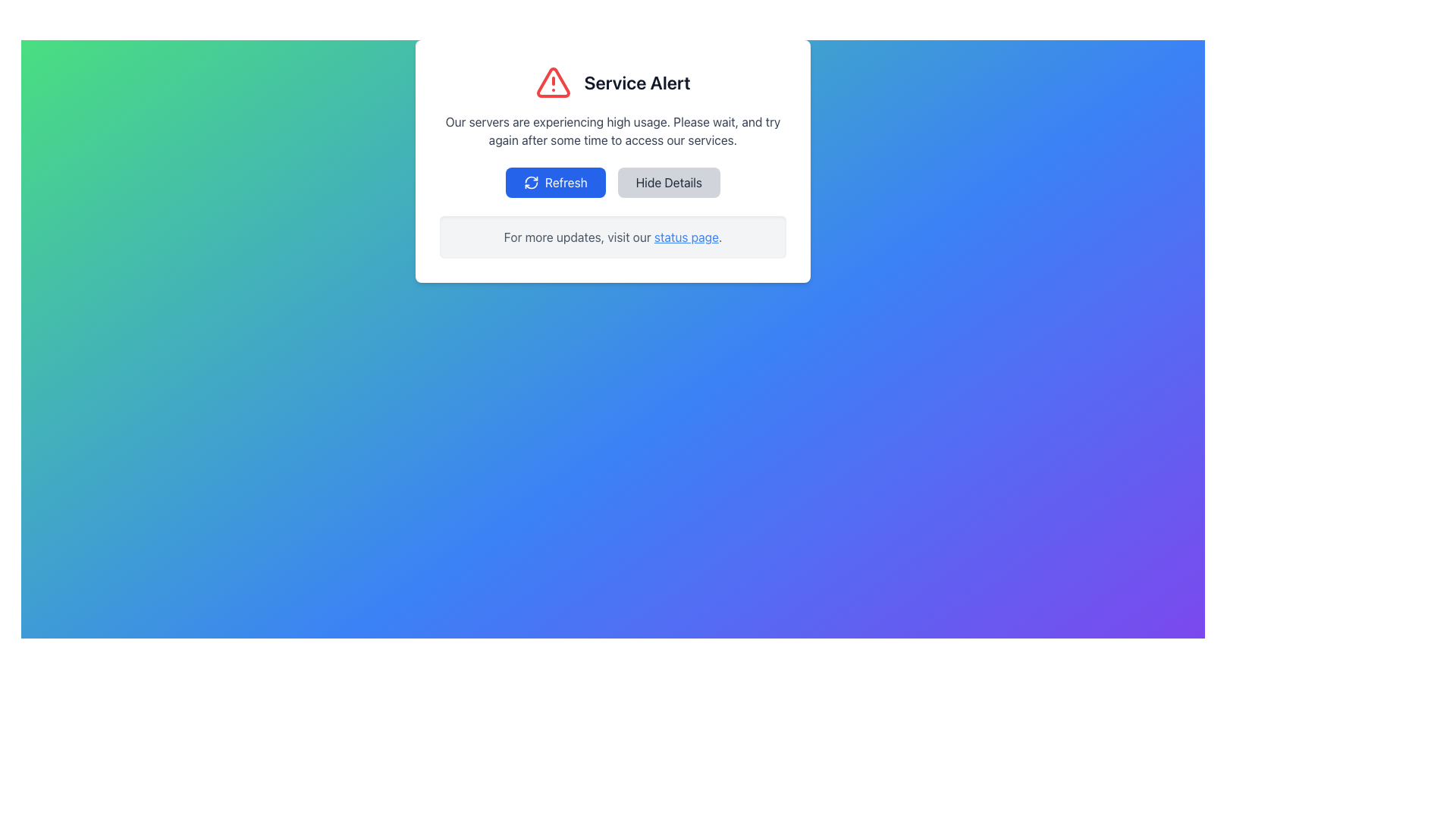 The height and width of the screenshot is (819, 1456). Describe the element at coordinates (613, 130) in the screenshot. I see `message displayed in the centrally aligned gray font within the static text block that states: 'Our servers are experiencing high usage. Please wait, and try again after some time to access our services.'` at that location.